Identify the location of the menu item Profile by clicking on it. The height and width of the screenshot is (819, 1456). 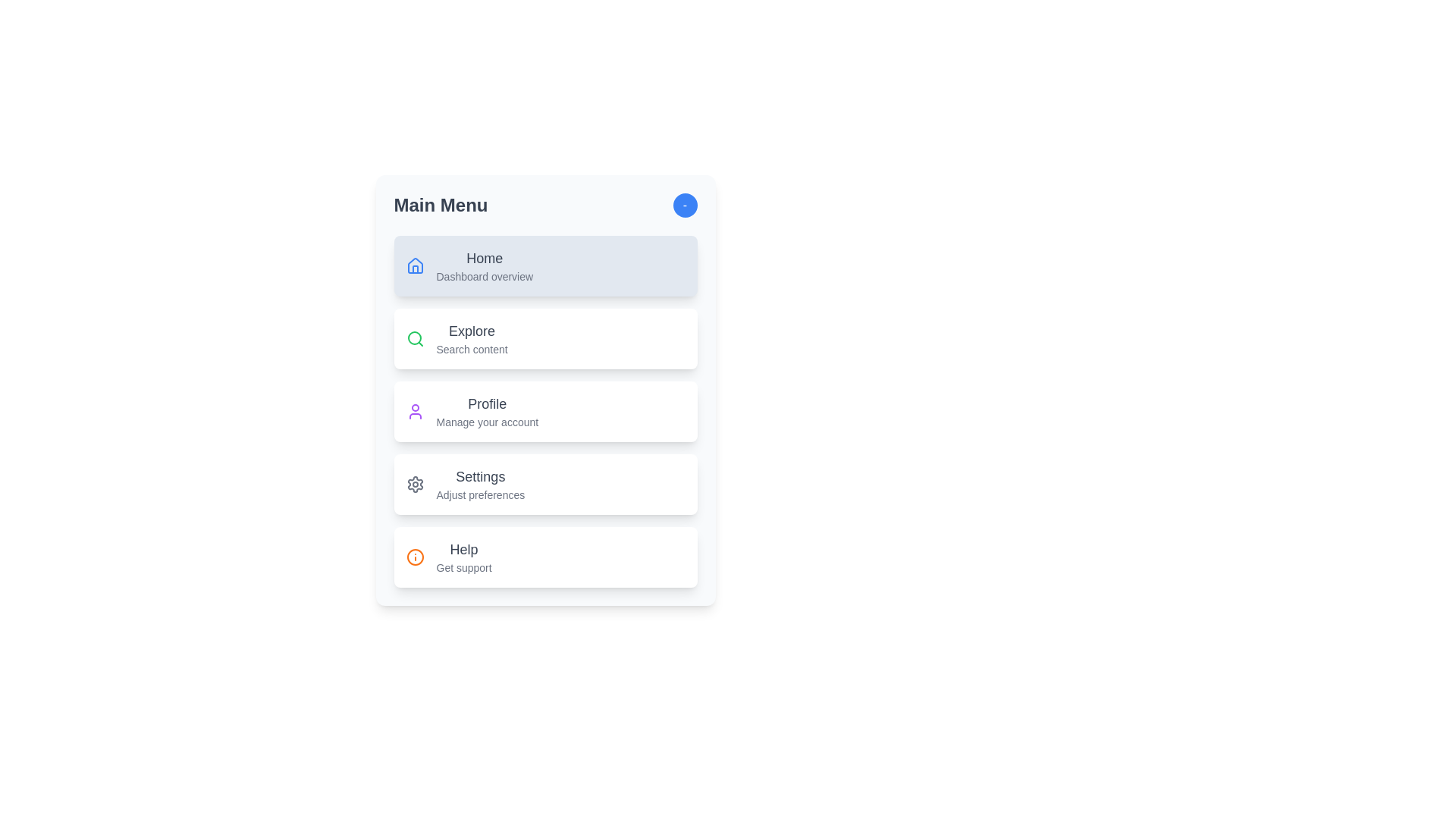
(545, 412).